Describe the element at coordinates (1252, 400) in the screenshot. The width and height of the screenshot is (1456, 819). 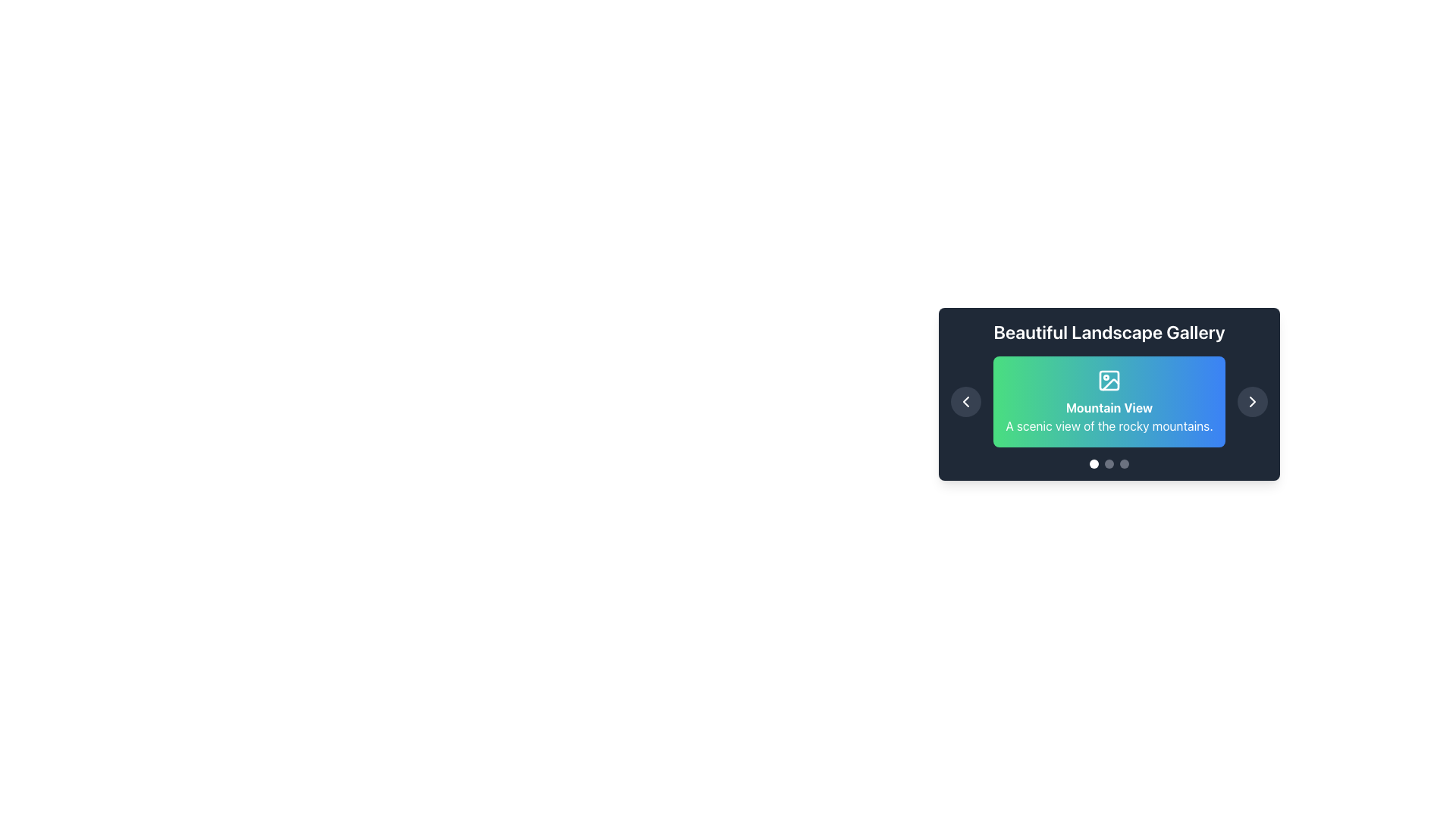
I see `the circular navigation button with a dark gray background and a rightward-pointing chevron icon to trigger the hover effect` at that location.